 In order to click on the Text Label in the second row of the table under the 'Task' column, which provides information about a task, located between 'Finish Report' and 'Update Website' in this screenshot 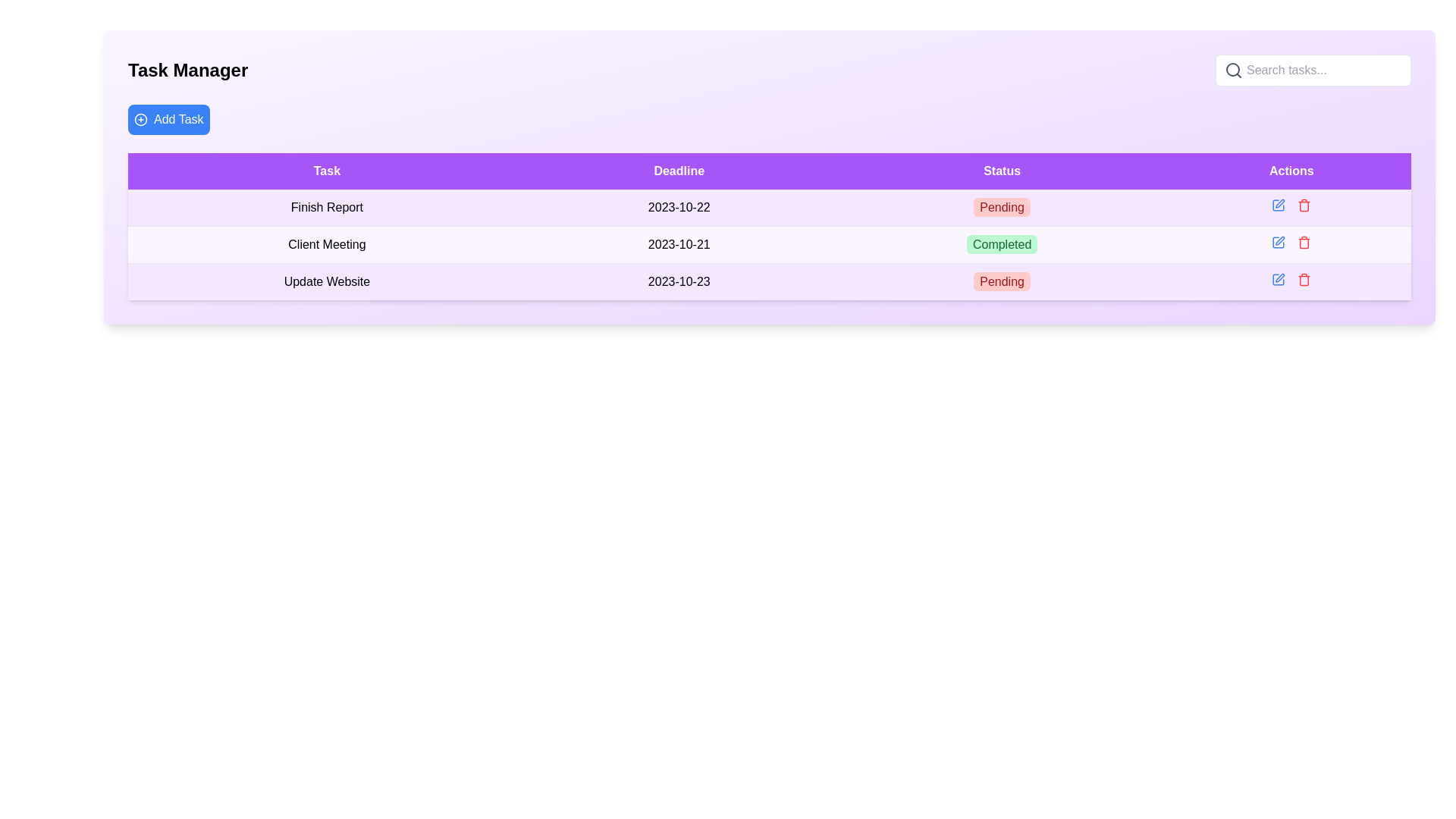, I will do `click(326, 244)`.